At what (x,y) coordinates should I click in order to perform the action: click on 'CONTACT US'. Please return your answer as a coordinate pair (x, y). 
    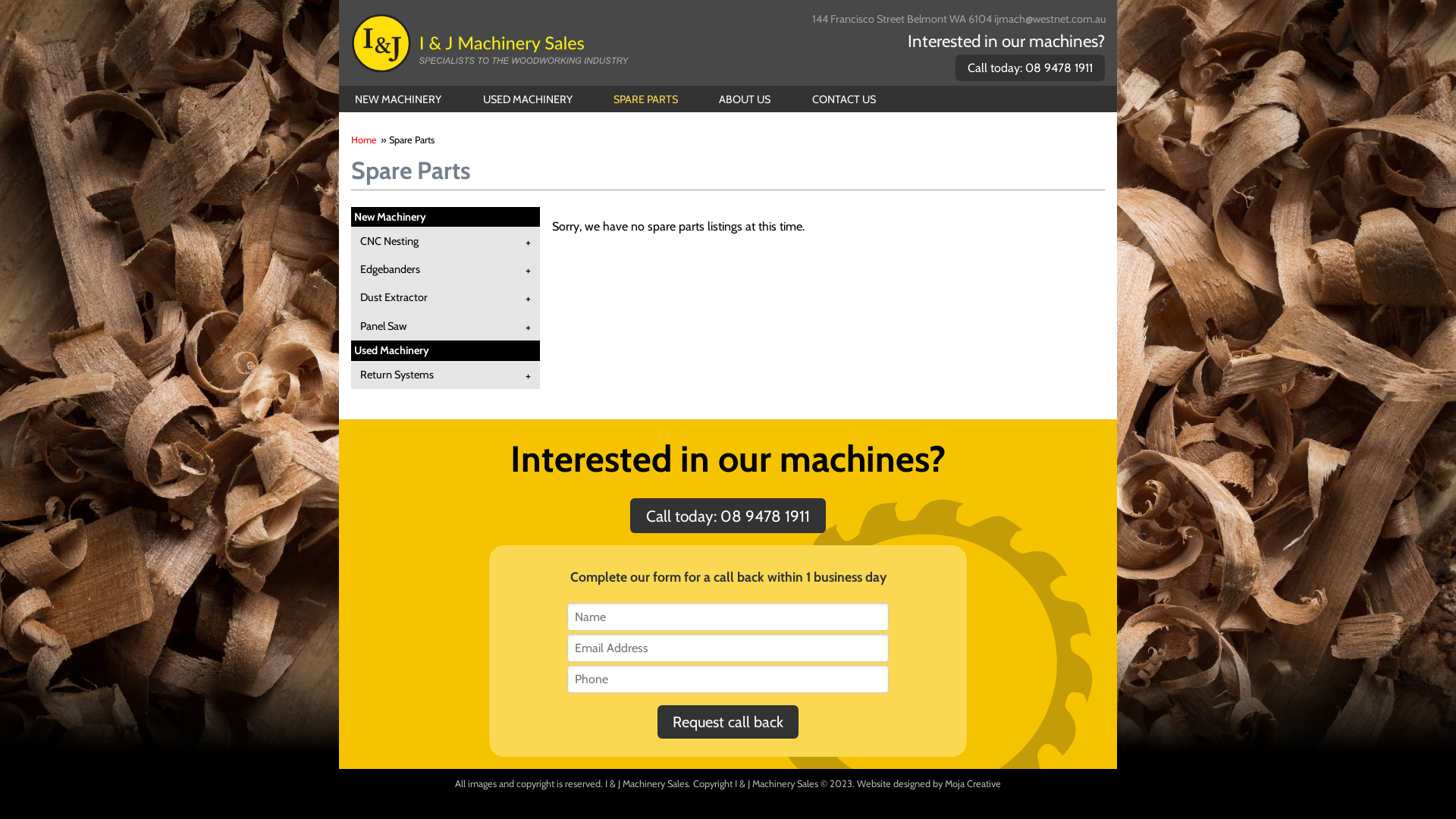
    Looking at the image, I should click on (843, 99).